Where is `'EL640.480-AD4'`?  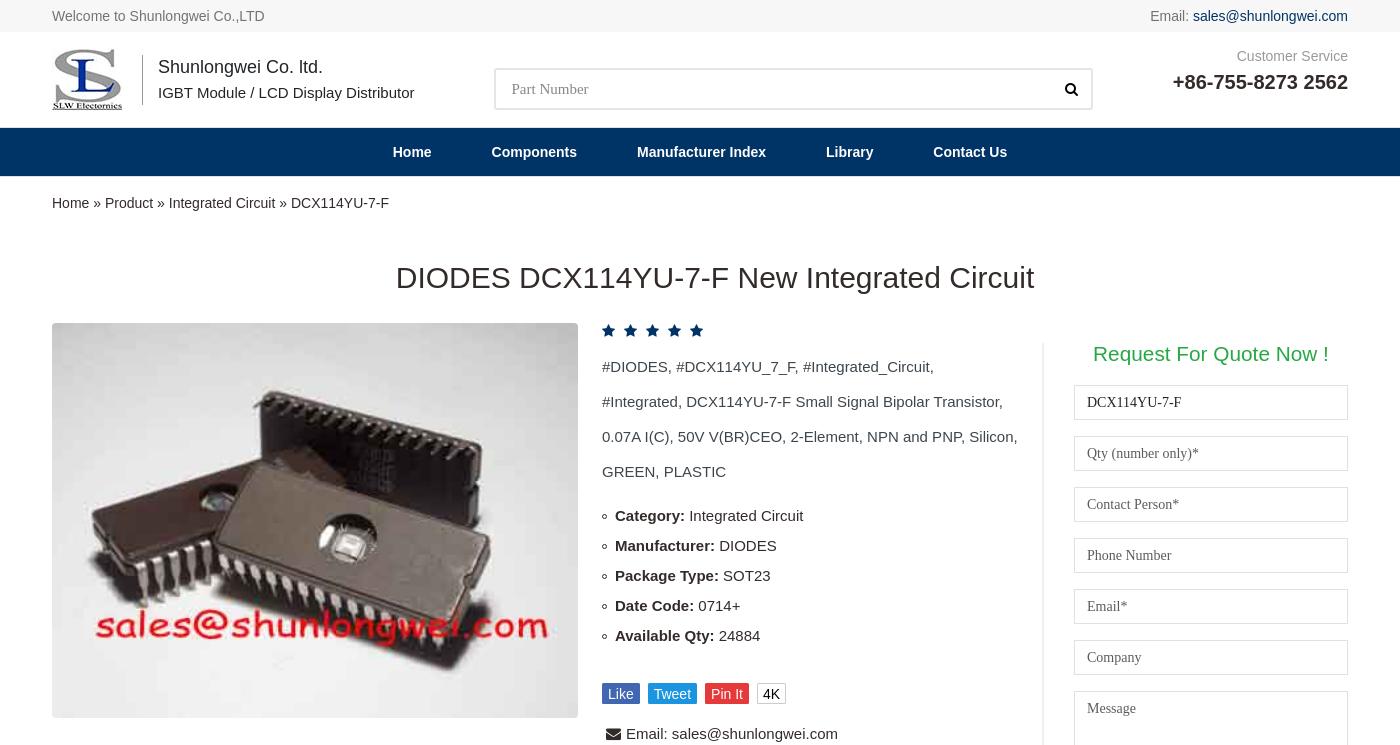
'EL640.480-AD4' is located at coordinates (810, 587).